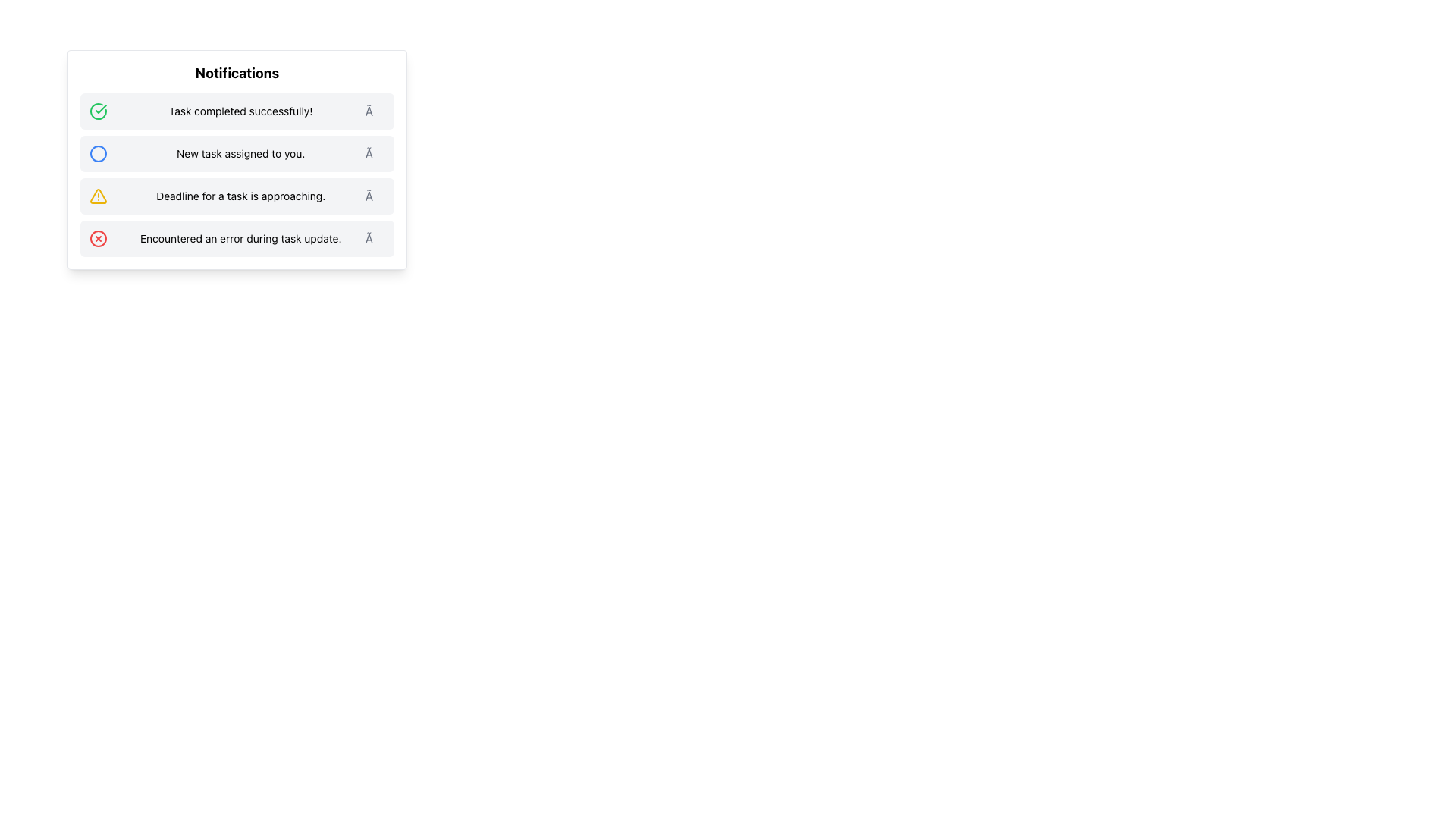 The height and width of the screenshot is (819, 1456). What do you see at coordinates (97, 195) in the screenshot?
I see `the warning notification icon located in the third row of the notifications list, adjacent to the message 'Deadline for a task is approaching.'` at bounding box center [97, 195].